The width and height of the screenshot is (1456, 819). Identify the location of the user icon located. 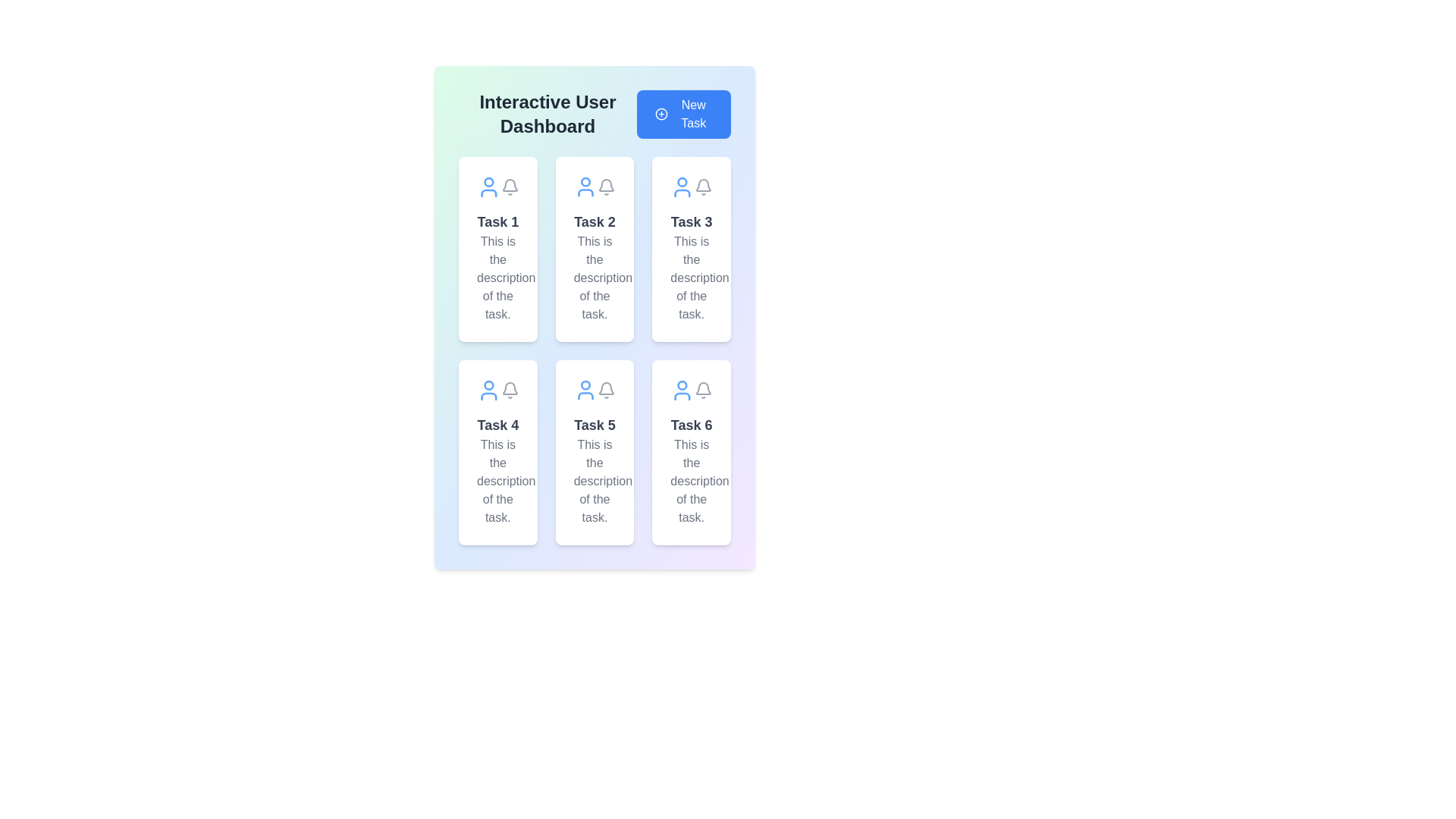
(585, 395).